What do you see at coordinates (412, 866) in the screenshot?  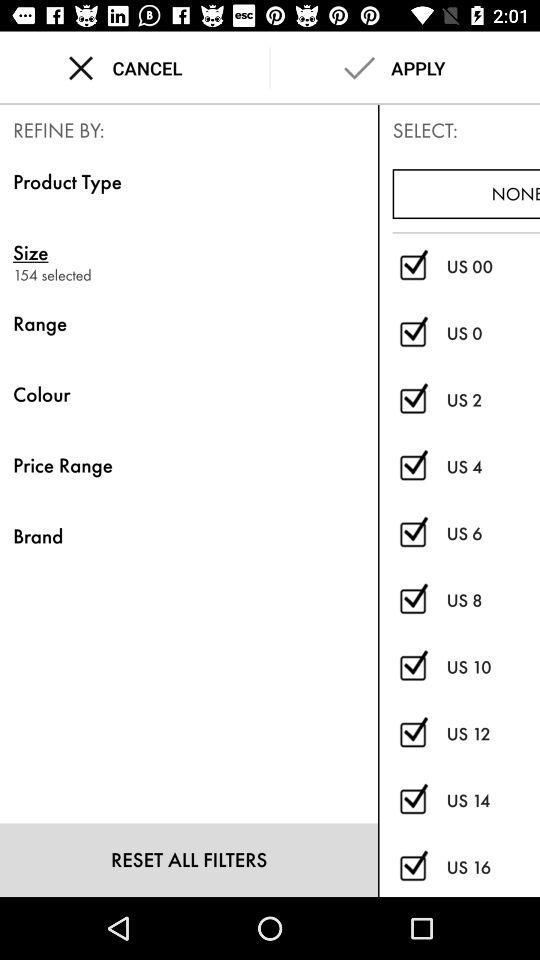 I see `select/deselect size us 16` at bounding box center [412, 866].